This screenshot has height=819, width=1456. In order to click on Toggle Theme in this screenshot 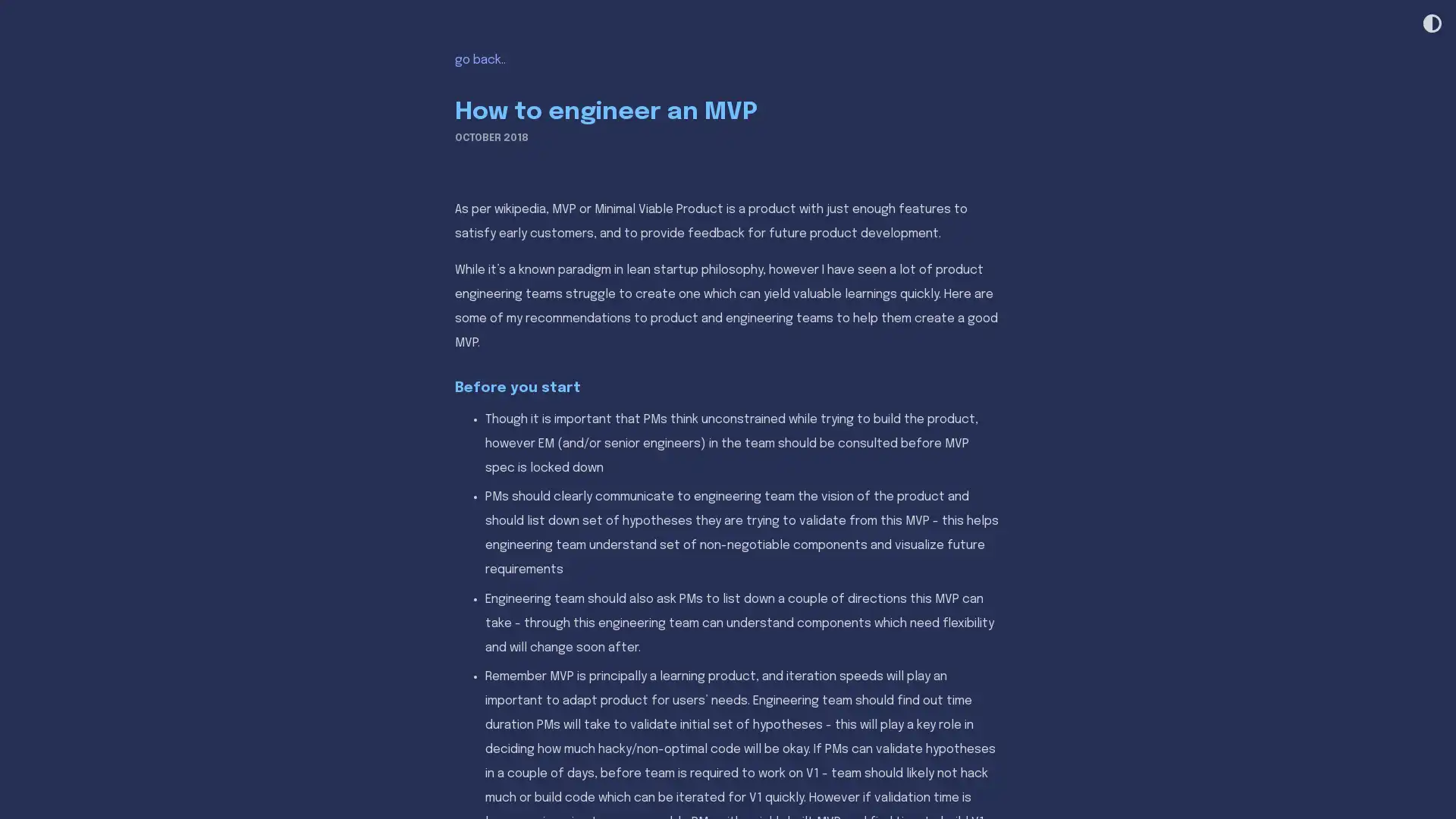, I will do `click(1430, 24)`.